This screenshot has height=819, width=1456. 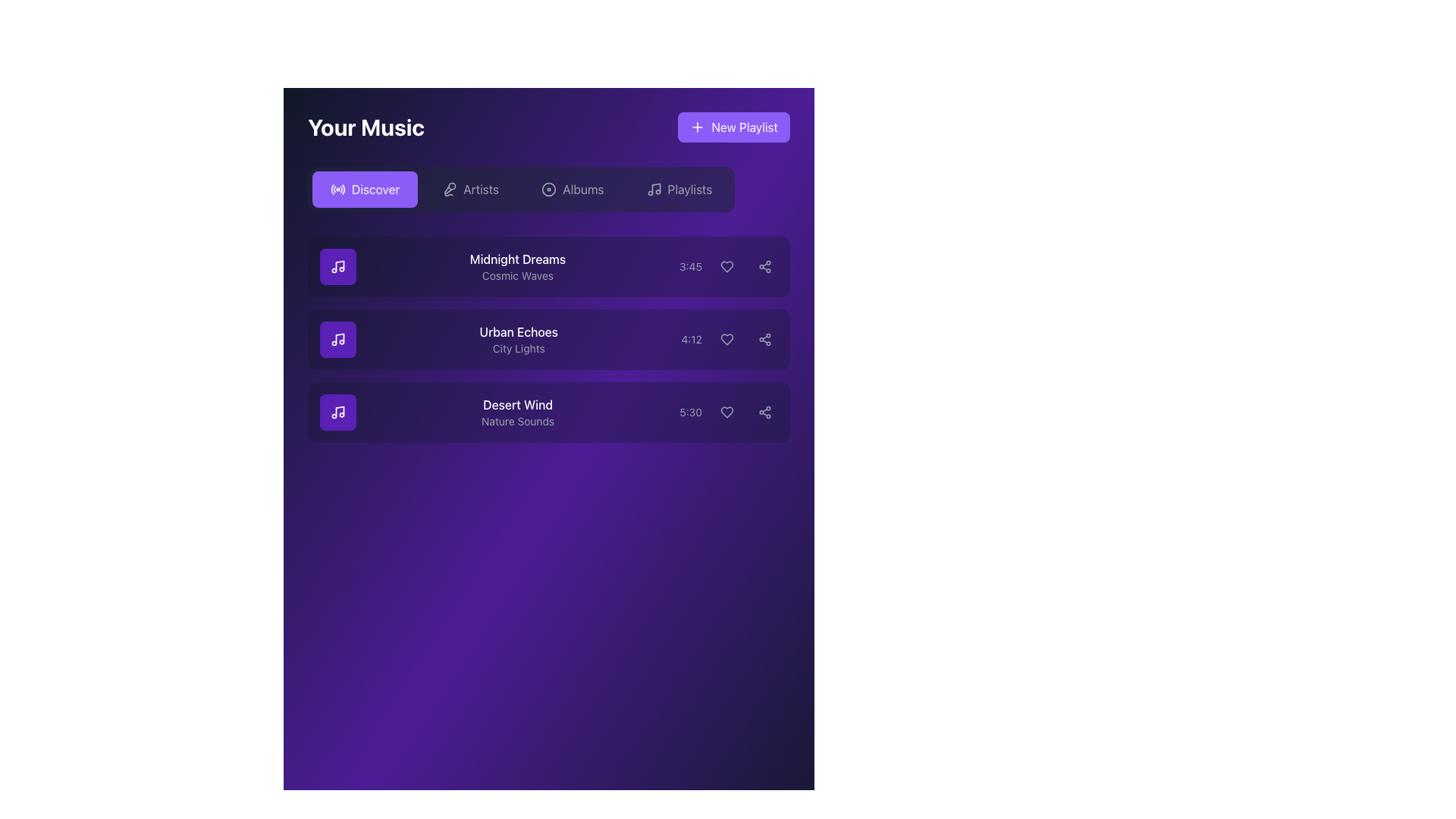 I want to click on the song entry titled 'Urban Echoes', so click(x=548, y=338).